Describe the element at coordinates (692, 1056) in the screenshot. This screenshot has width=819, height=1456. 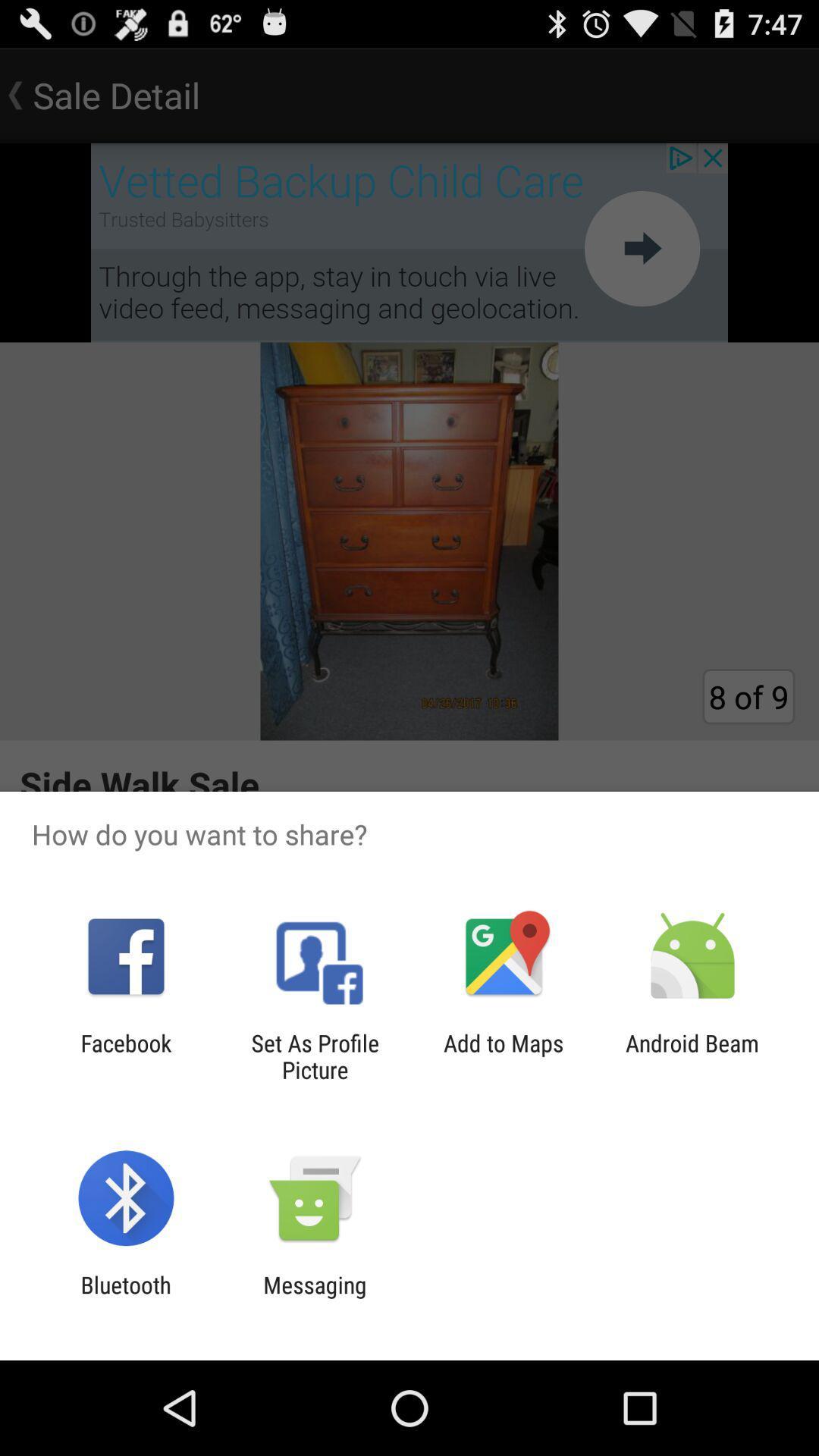
I see `the app at the bottom right corner` at that location.